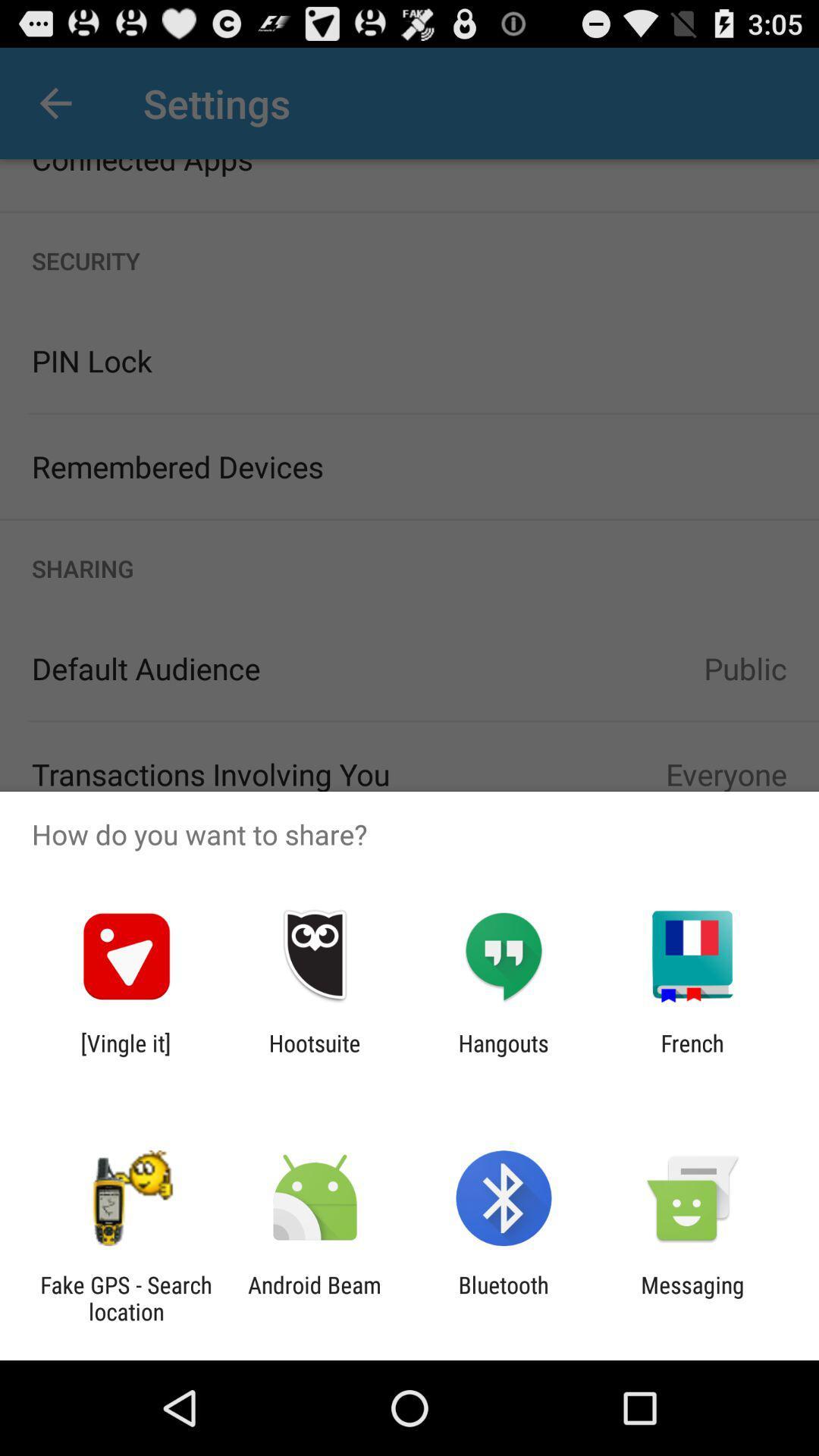  Describe the element at coordinates (314, 1298) in the screenshot. I see `the app next to fake gps search app` at that location.